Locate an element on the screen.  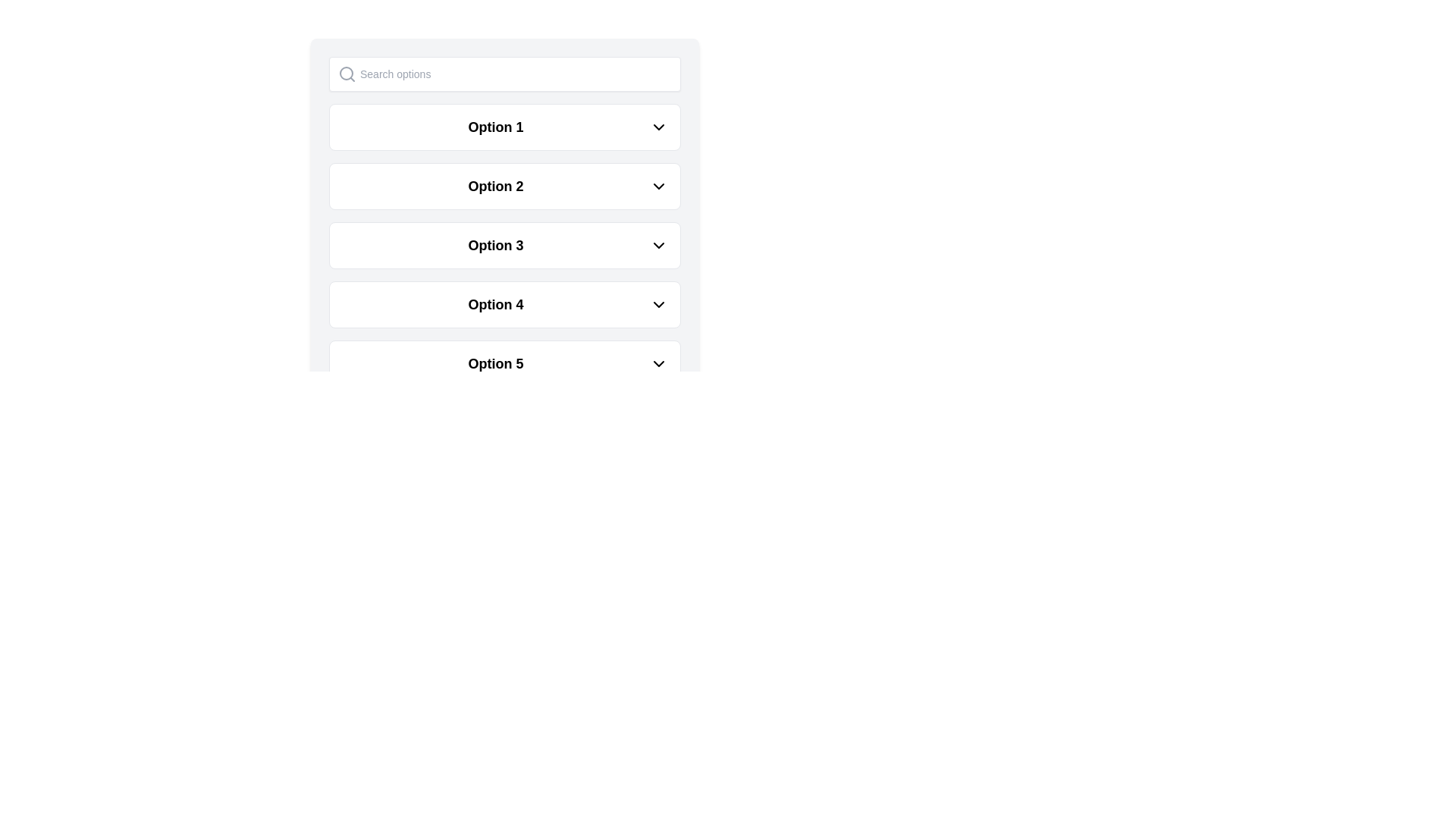
the gray magnifying glass icon located on the left side of the search bar, represented in a line art style, with a circular shape and a diagonal handle is located at coordinates (346, 74).